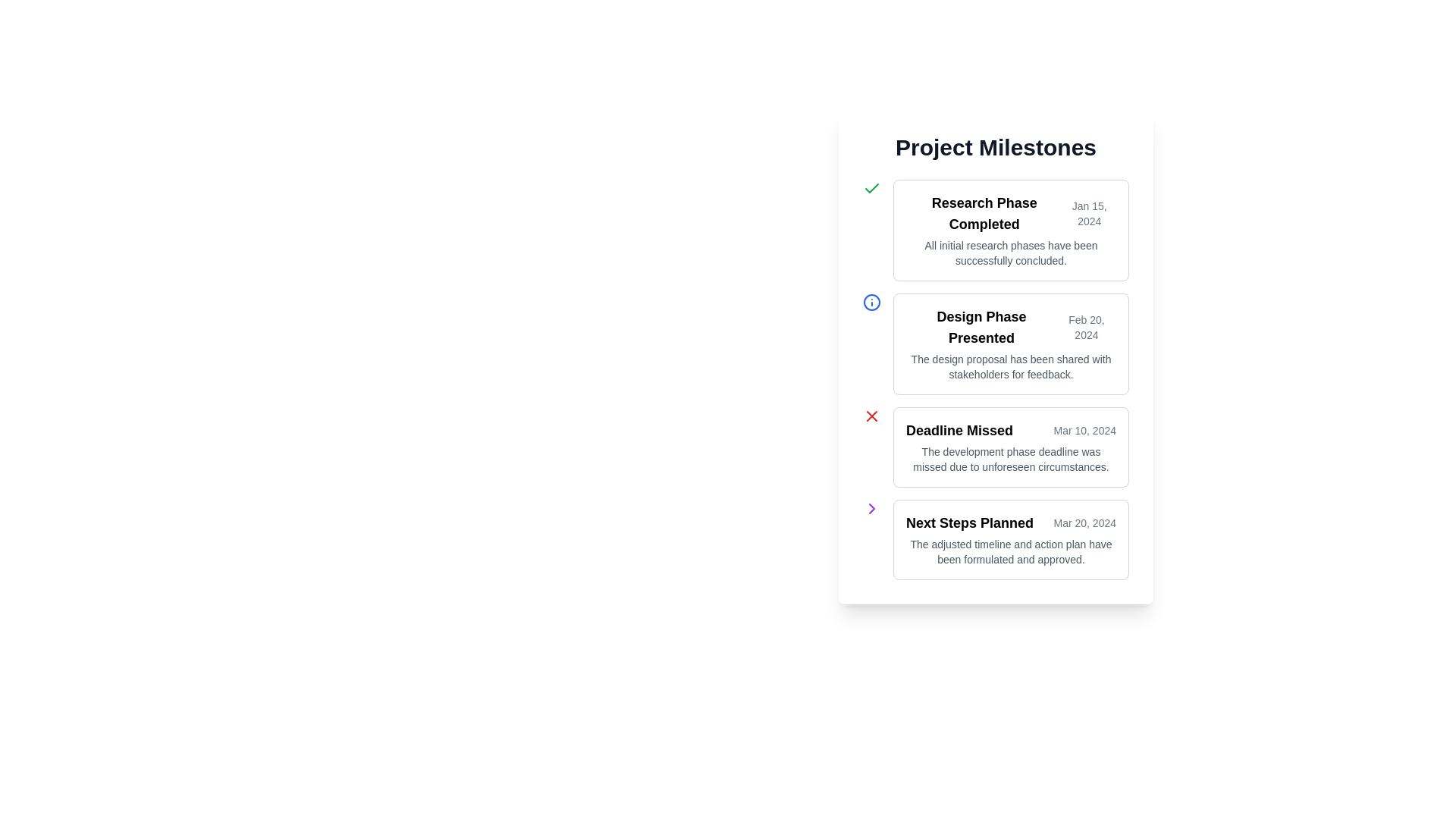 This screenshot has height=819, width=1456. What do you see at coordinates (872, 416) in the screenshot?
I see `the error indicator icon located at the beginning of the 'Deadline Missed' card, which is the third card in the vertical list of milestone cards` at bounding box center [872, 416].